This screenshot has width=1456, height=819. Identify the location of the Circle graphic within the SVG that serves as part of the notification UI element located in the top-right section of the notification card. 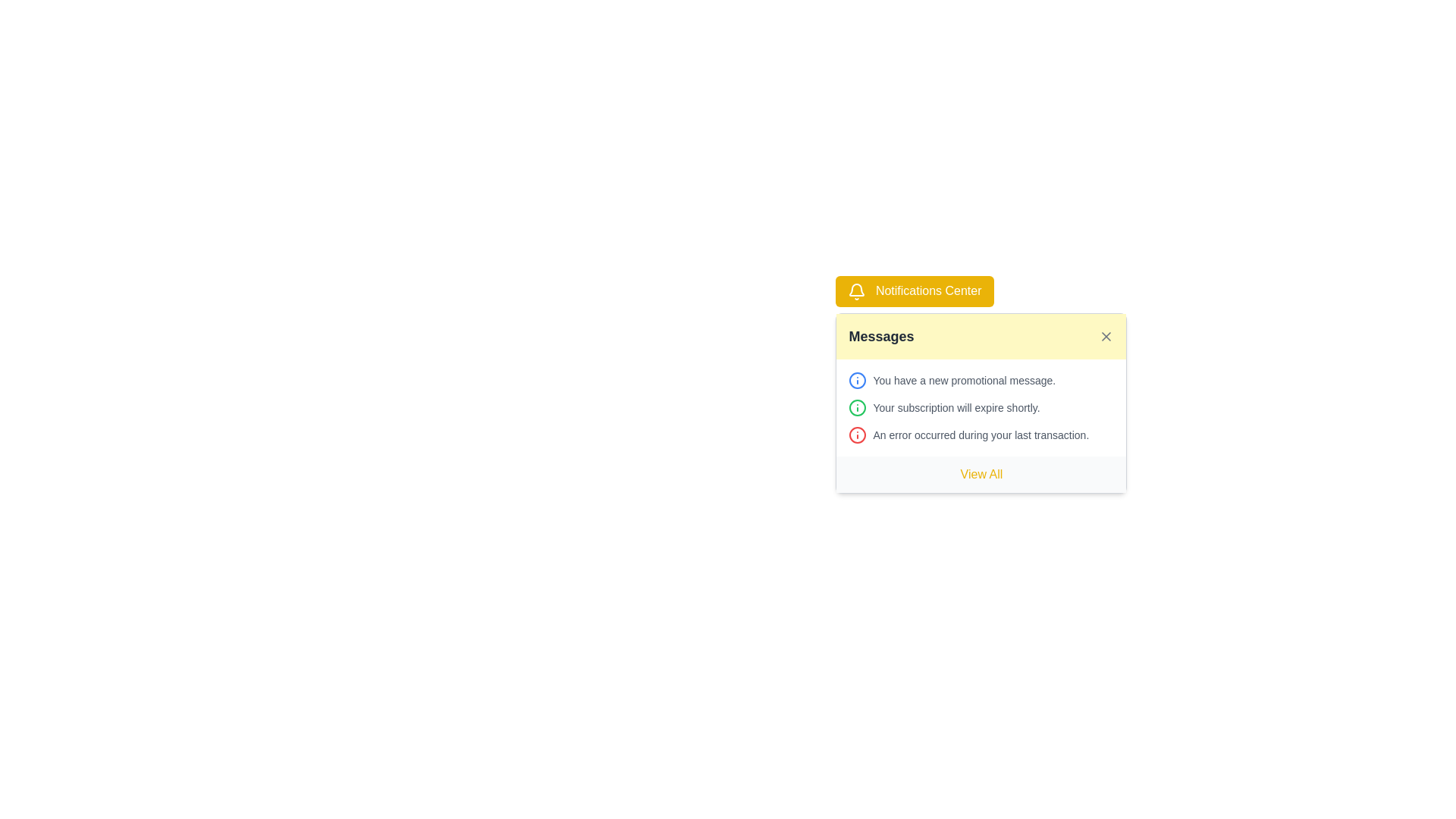
(858, 435).